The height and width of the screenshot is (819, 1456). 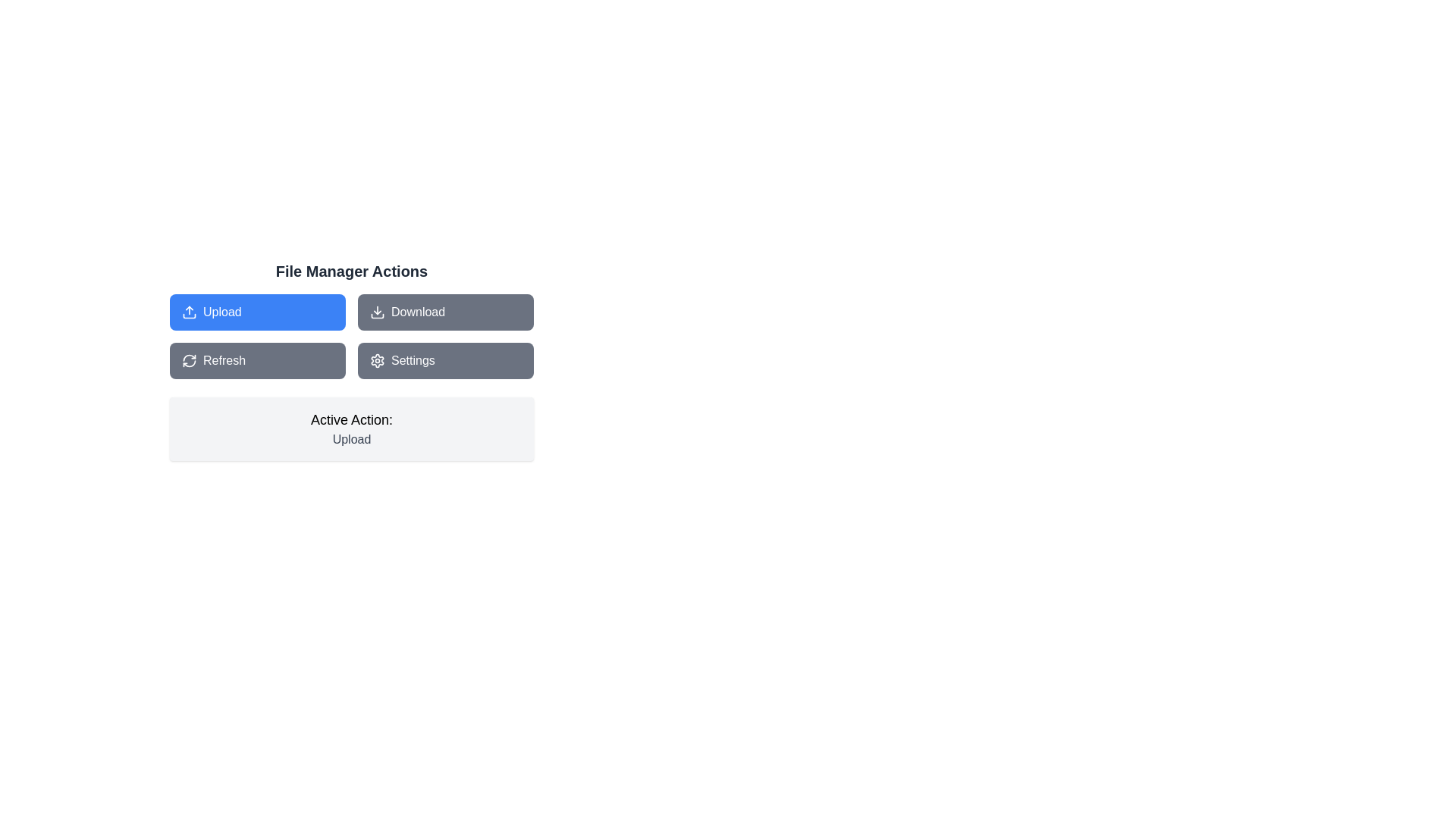 I want to click on text 'Upload' within the button that has a blue background and is styled with white font color, indicating it is active or selected, so click(x=221, y=312).